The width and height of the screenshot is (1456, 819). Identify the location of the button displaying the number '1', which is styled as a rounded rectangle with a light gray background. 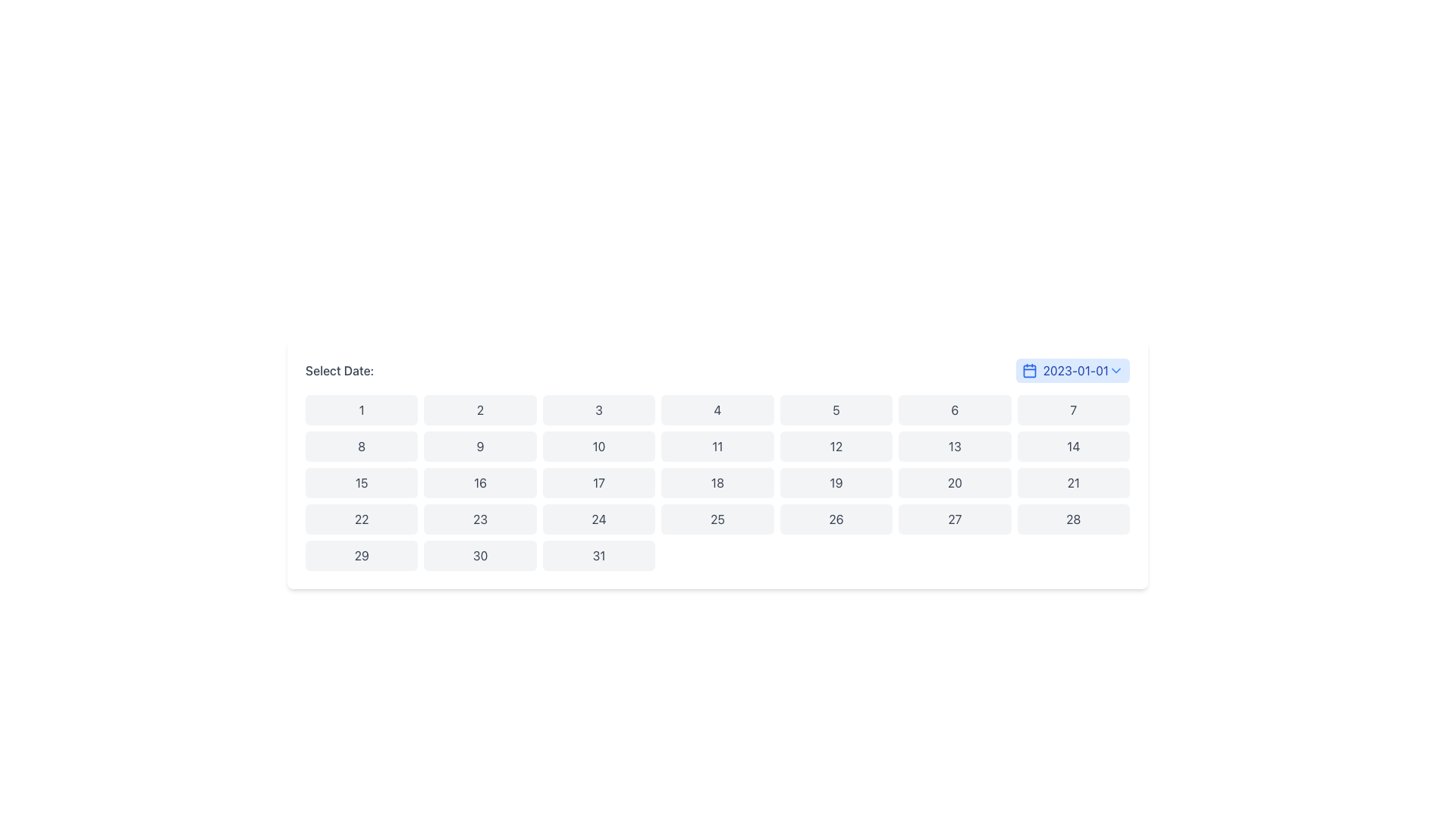
(361, 409).